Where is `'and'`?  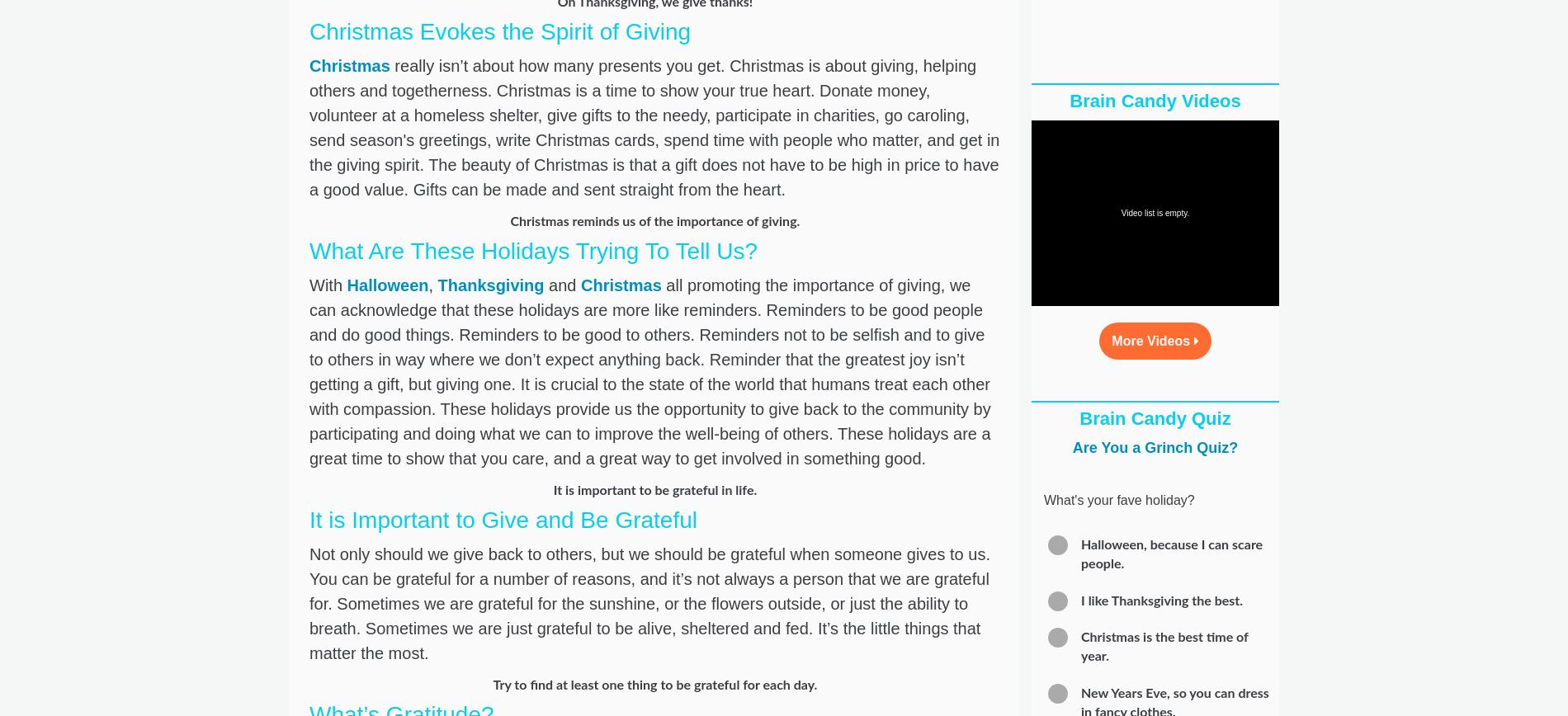 'and' is located at coordinates (562, 285).